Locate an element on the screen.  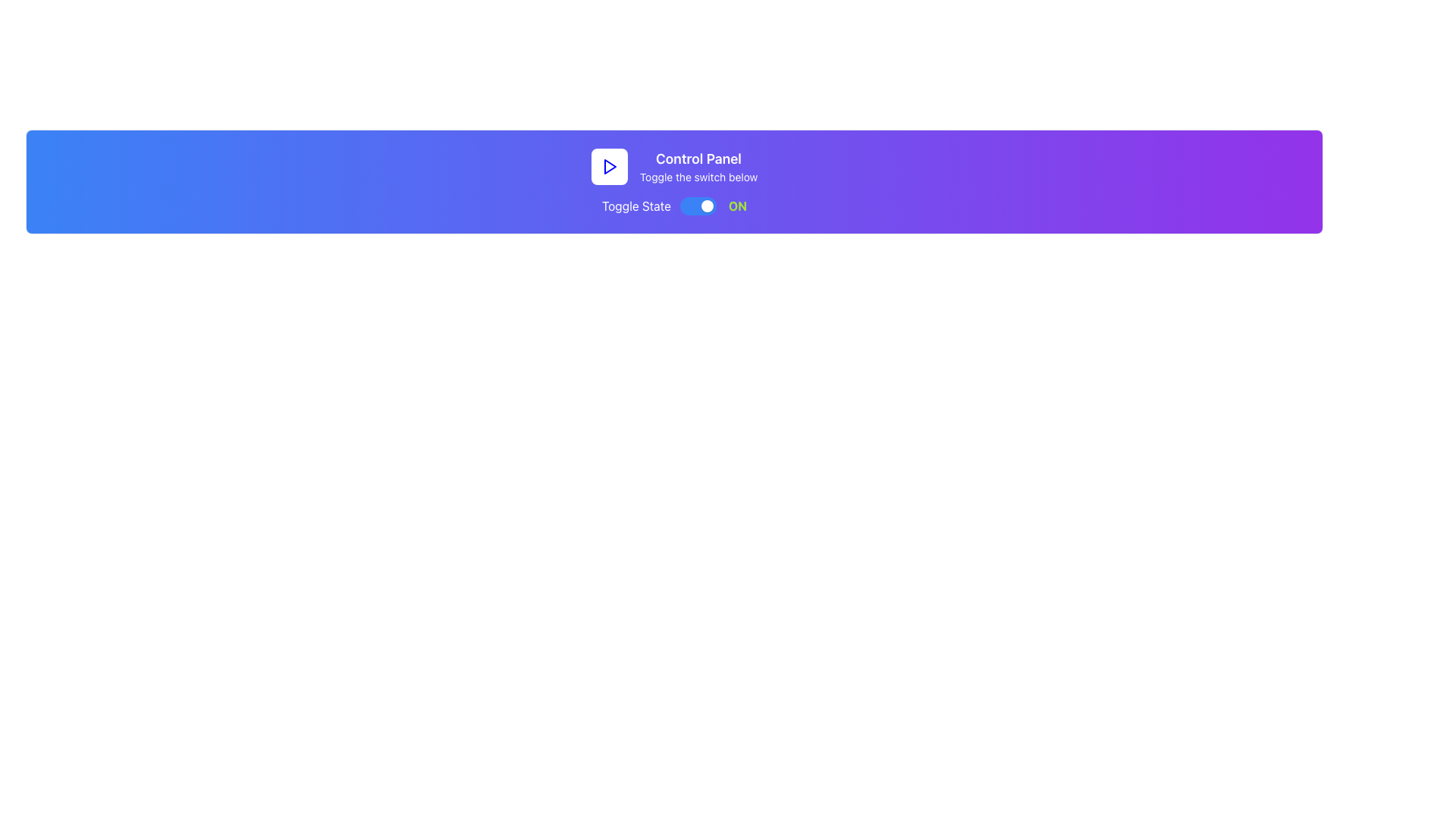
header text element that serves as a title, positioned near the center of the header section, above the label 'Toggle the switch below.' is located at coordinates (698, 158).